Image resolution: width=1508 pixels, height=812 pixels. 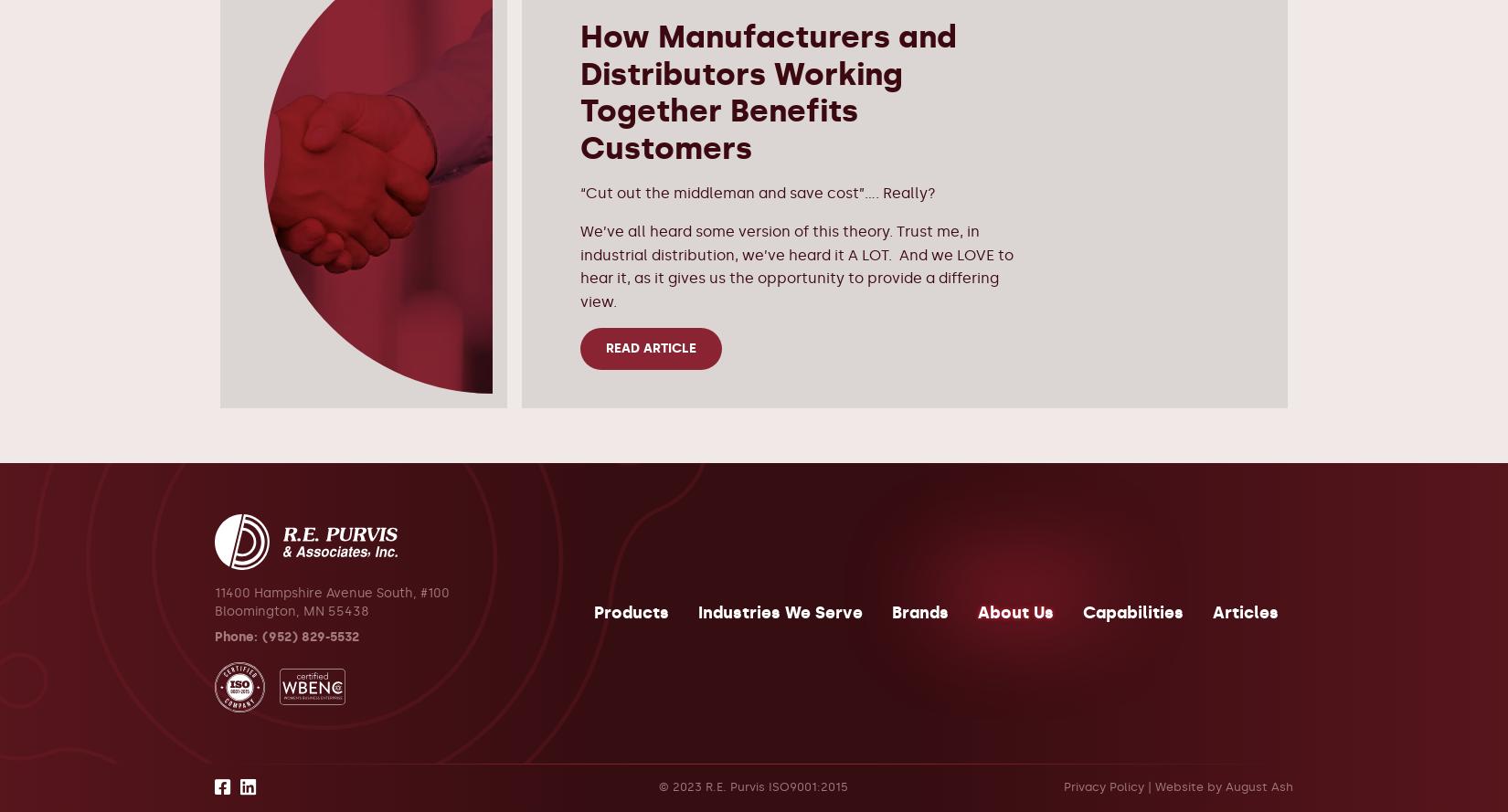 What do you see at coordinates (1183, 785) in the screenshot?
I see `'| Website by'` at bounding box center [1183, 785].